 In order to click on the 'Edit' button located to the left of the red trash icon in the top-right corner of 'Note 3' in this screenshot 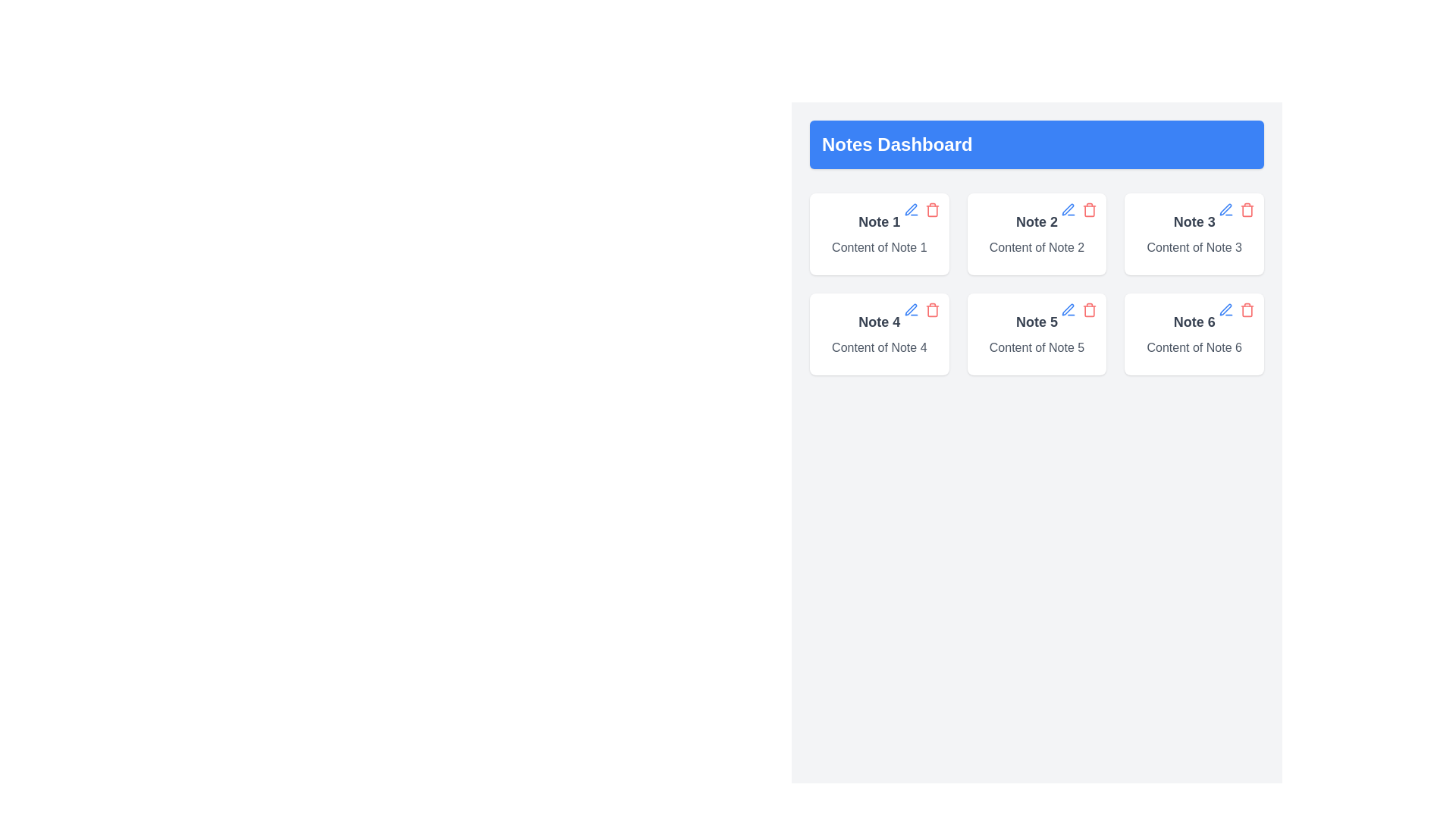, I will do `click(1226, 210)`.